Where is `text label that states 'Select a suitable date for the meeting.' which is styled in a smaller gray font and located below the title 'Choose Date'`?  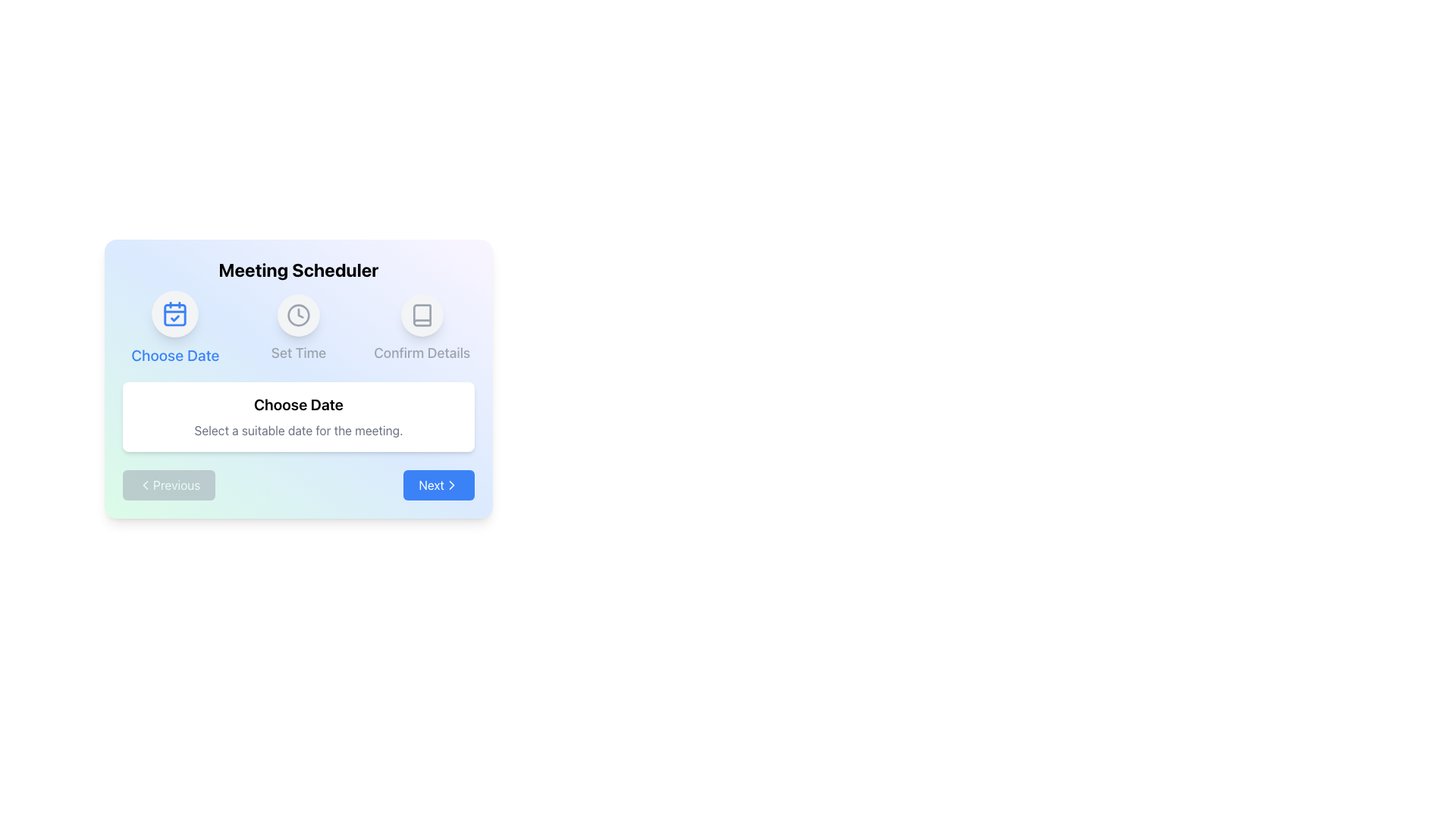 text label that states 'Select a suitable date for the meeting.' which is styled in a smaller gray font and located below the title 'Choose Date' is located at coordinates (298, 430).